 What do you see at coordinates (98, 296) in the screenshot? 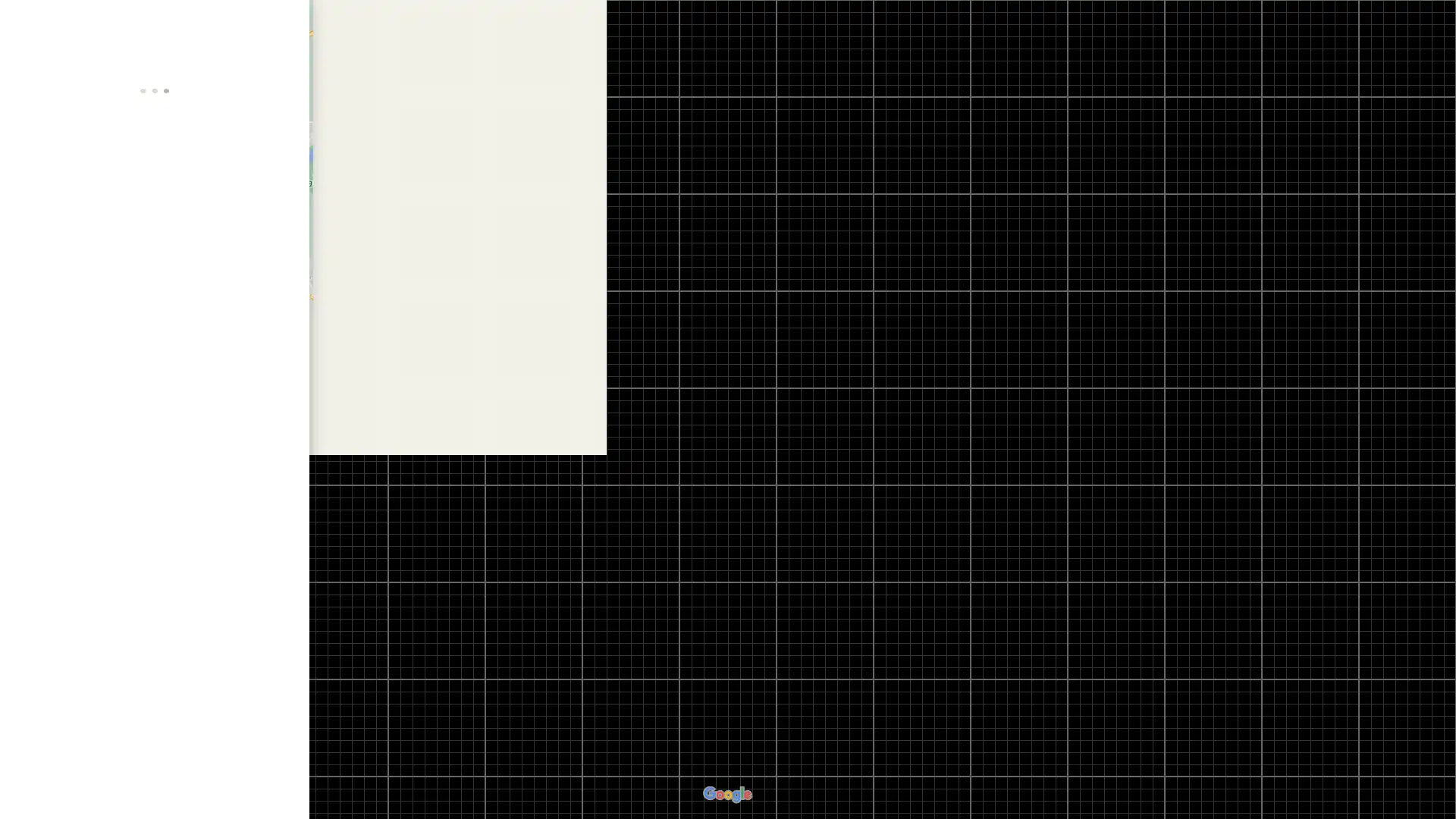
I see `Save TOVARNA.CZ, s.r.o. in your lists` at bounding box center [98, 296].